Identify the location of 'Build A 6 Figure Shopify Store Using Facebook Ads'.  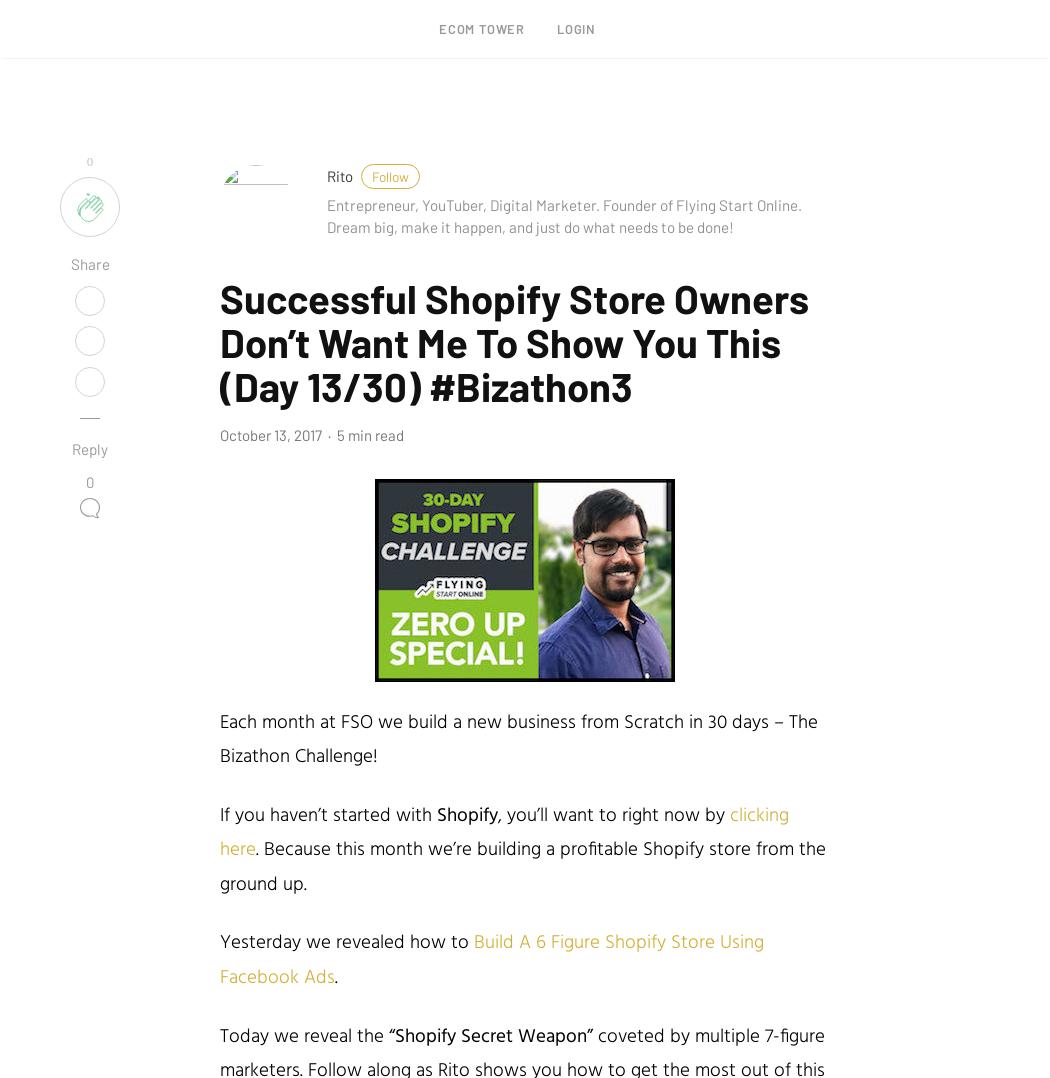
(218, 959).